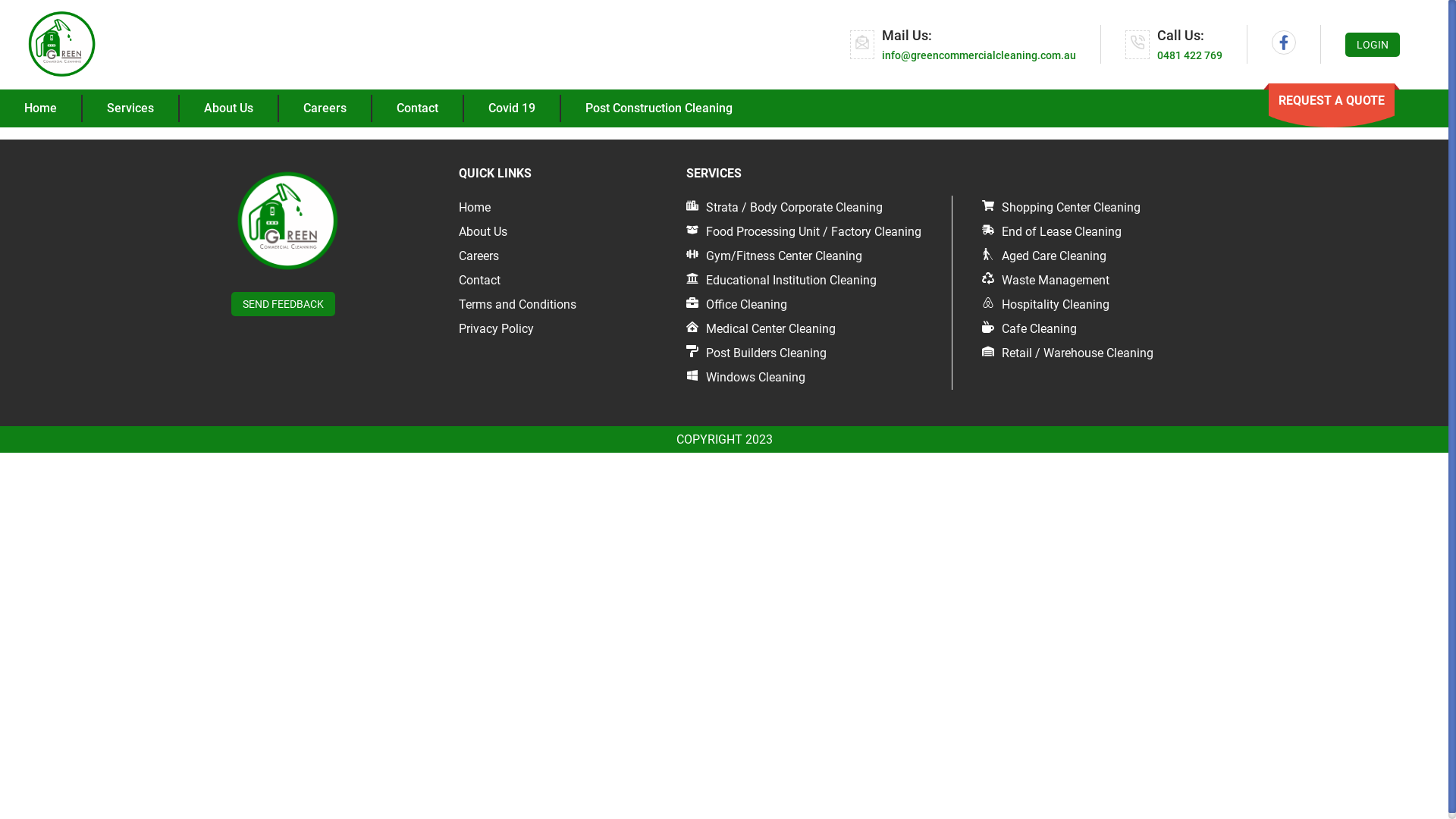 The width and height of the screenshot is (1456, 819). What do you see at coordinates (658, 107) in the screenshot?
I see `'Post Construction Cleaning'` at bounding box center [658, 107].